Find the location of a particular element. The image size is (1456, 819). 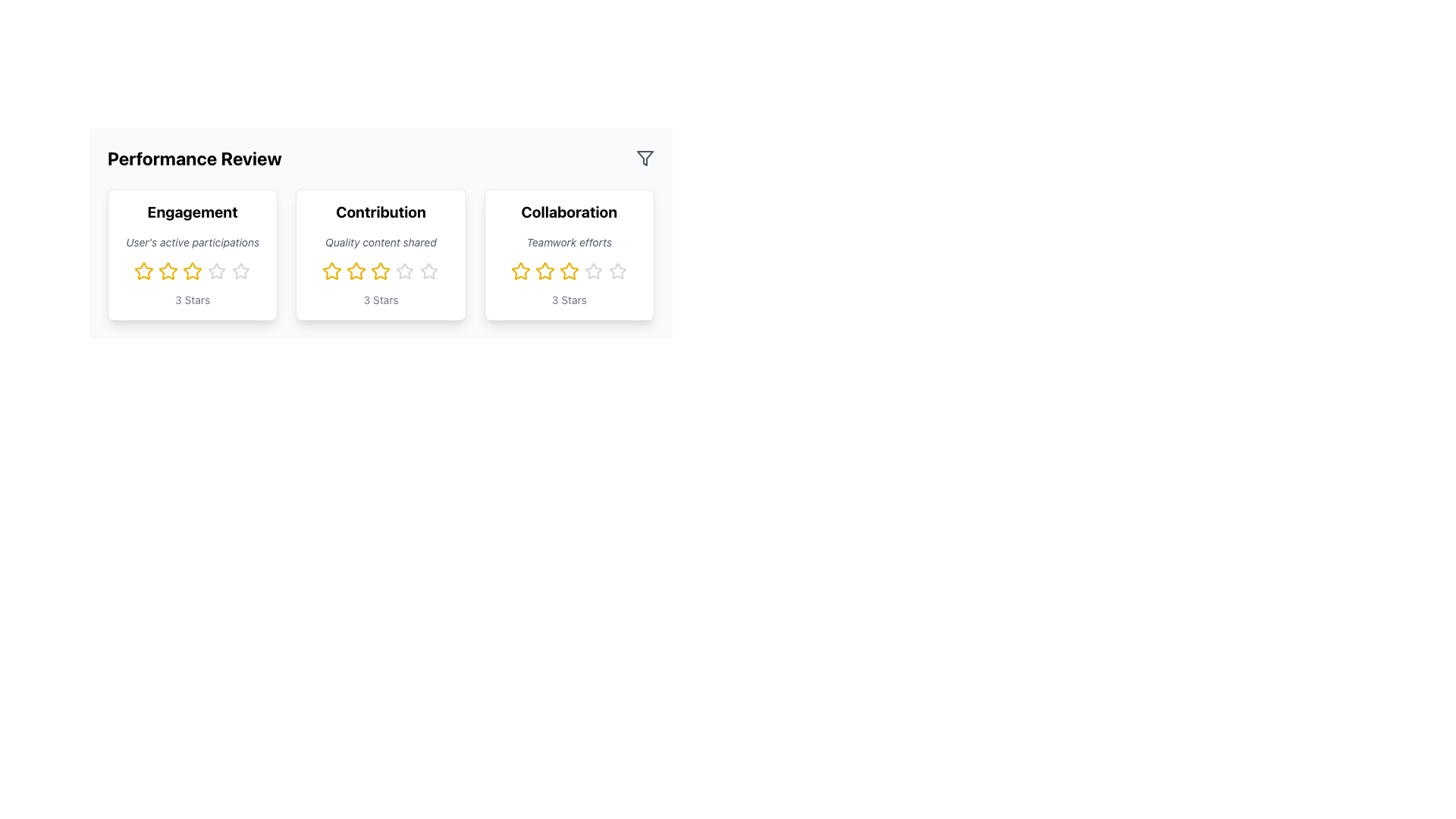

the third star-shaped rating icon with a yellow outline and white fill in the 'Contribution' section of the quality content evaluation is located at coordinates (381, 270).